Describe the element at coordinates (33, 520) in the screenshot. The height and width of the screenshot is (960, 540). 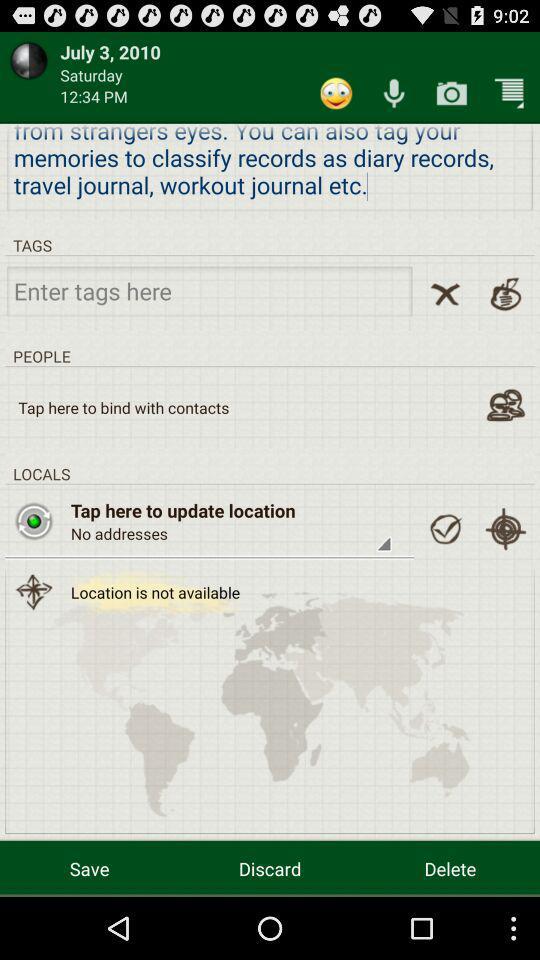
I see `updates location` at that location.